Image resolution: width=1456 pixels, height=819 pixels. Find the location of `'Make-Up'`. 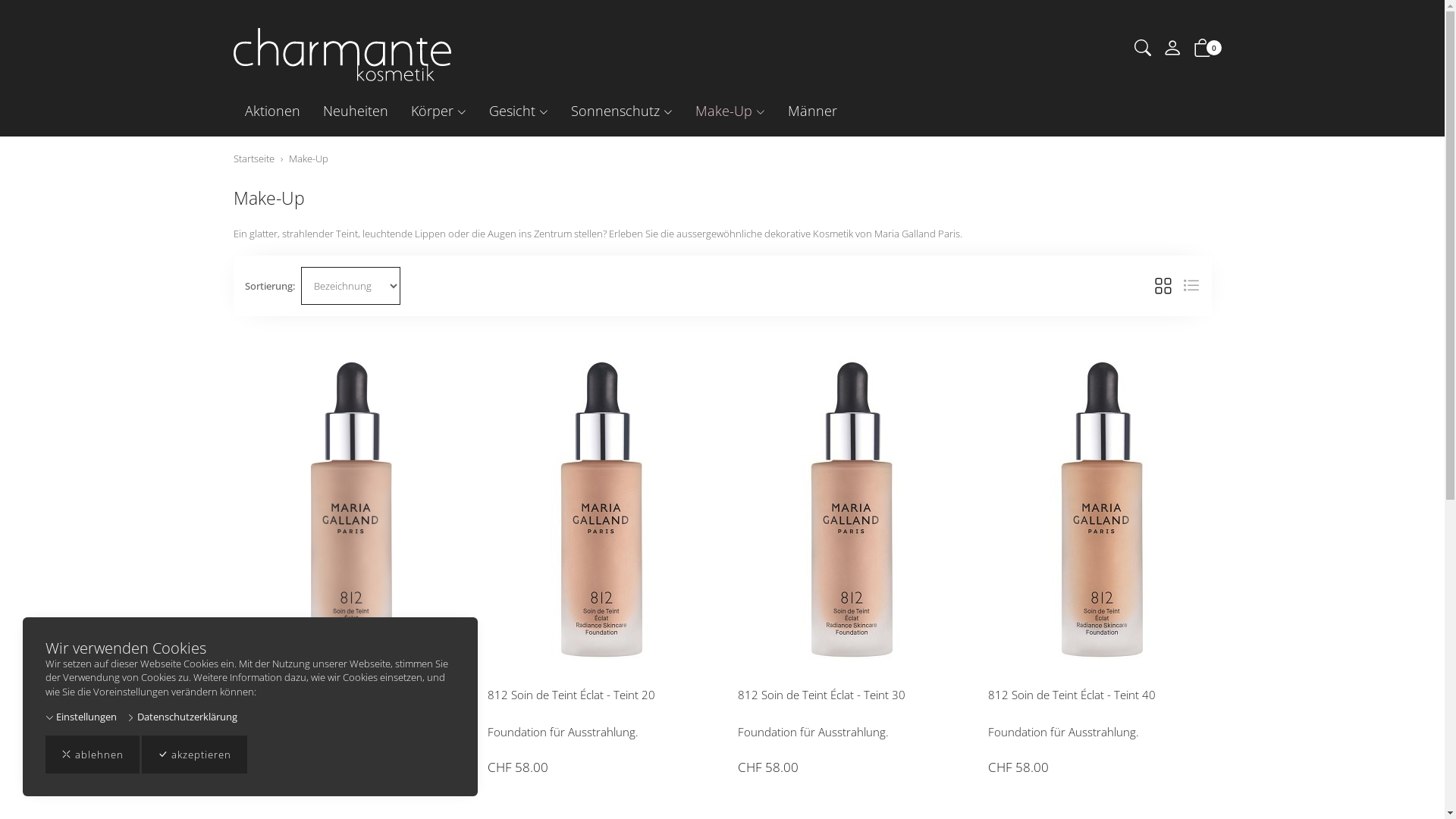

'Make-Up' is located at coordinates (730, 110).